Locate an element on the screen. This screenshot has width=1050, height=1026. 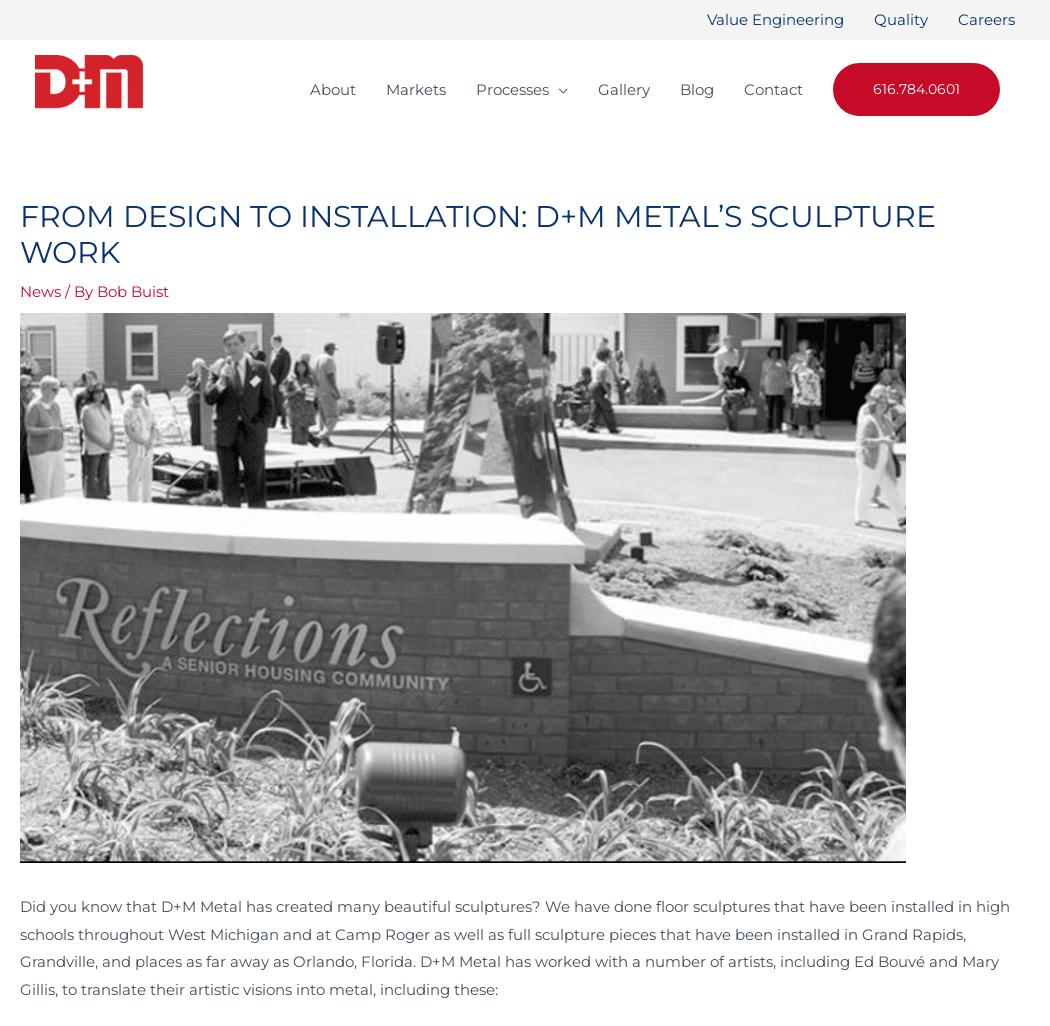
'Quality' is located at coordinates (901, 19).